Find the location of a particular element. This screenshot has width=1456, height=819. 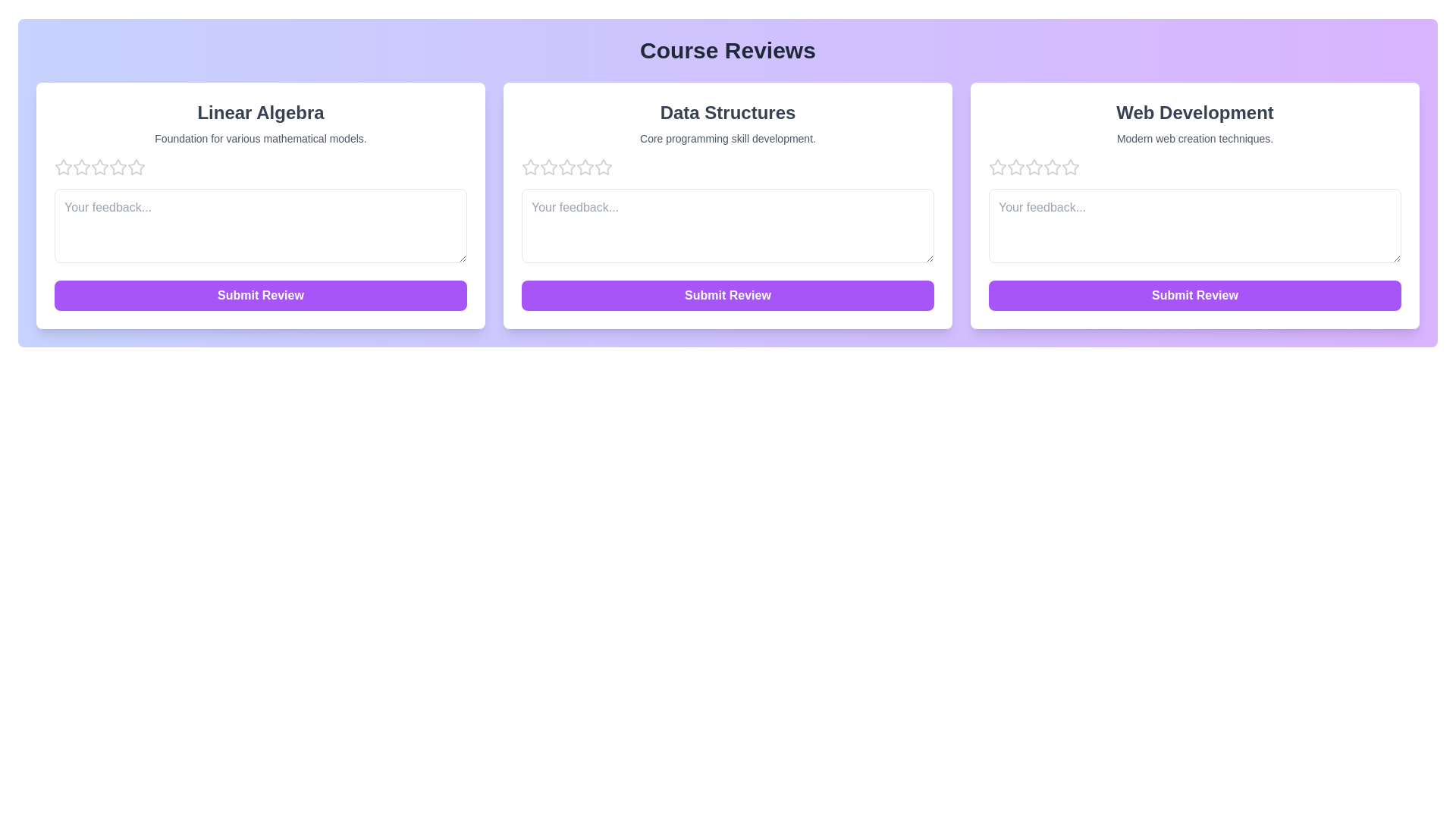

the course card for Web Development is located at coordinates (1194, 206).